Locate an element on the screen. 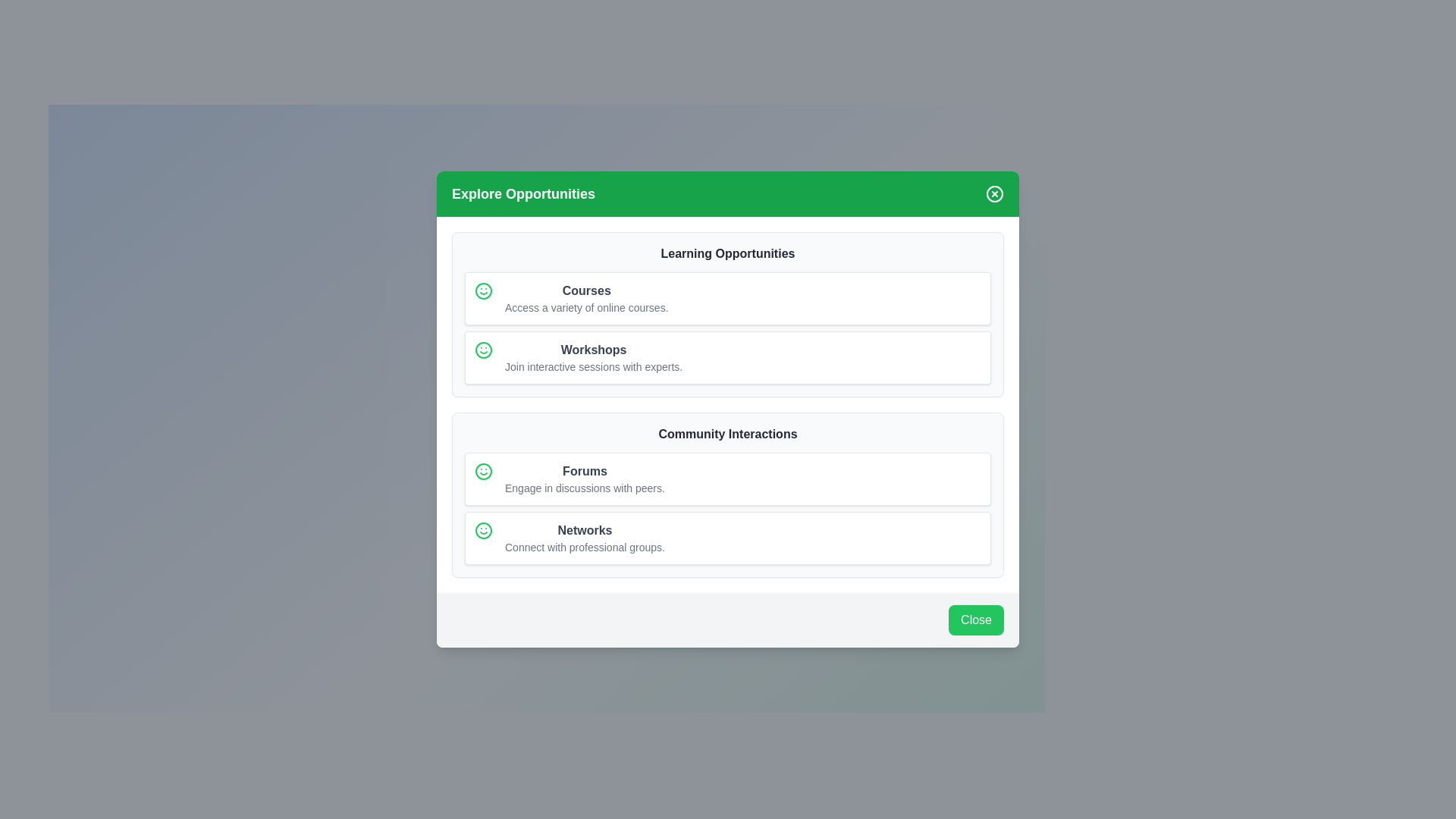 The height and width of the screenshot is (819, 1456). the 'Forums' icon located to the left of the 'Forums' title text in the 'Community Interactions' section is located at coordinates (483, 470).